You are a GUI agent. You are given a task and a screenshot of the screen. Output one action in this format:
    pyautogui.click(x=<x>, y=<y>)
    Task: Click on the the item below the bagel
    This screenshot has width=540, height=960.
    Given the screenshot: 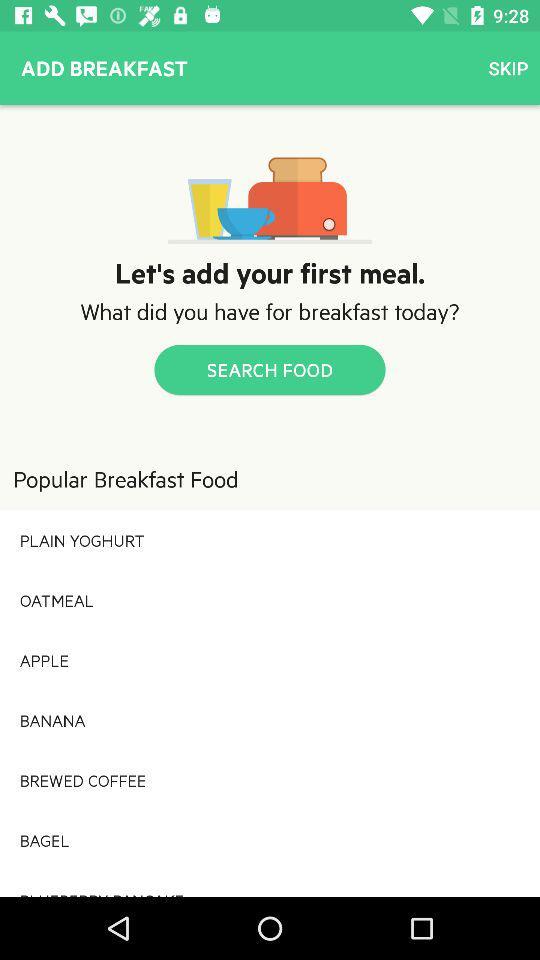 What is the action you would take?
    pyautogui.click(x=270, y=882)
    